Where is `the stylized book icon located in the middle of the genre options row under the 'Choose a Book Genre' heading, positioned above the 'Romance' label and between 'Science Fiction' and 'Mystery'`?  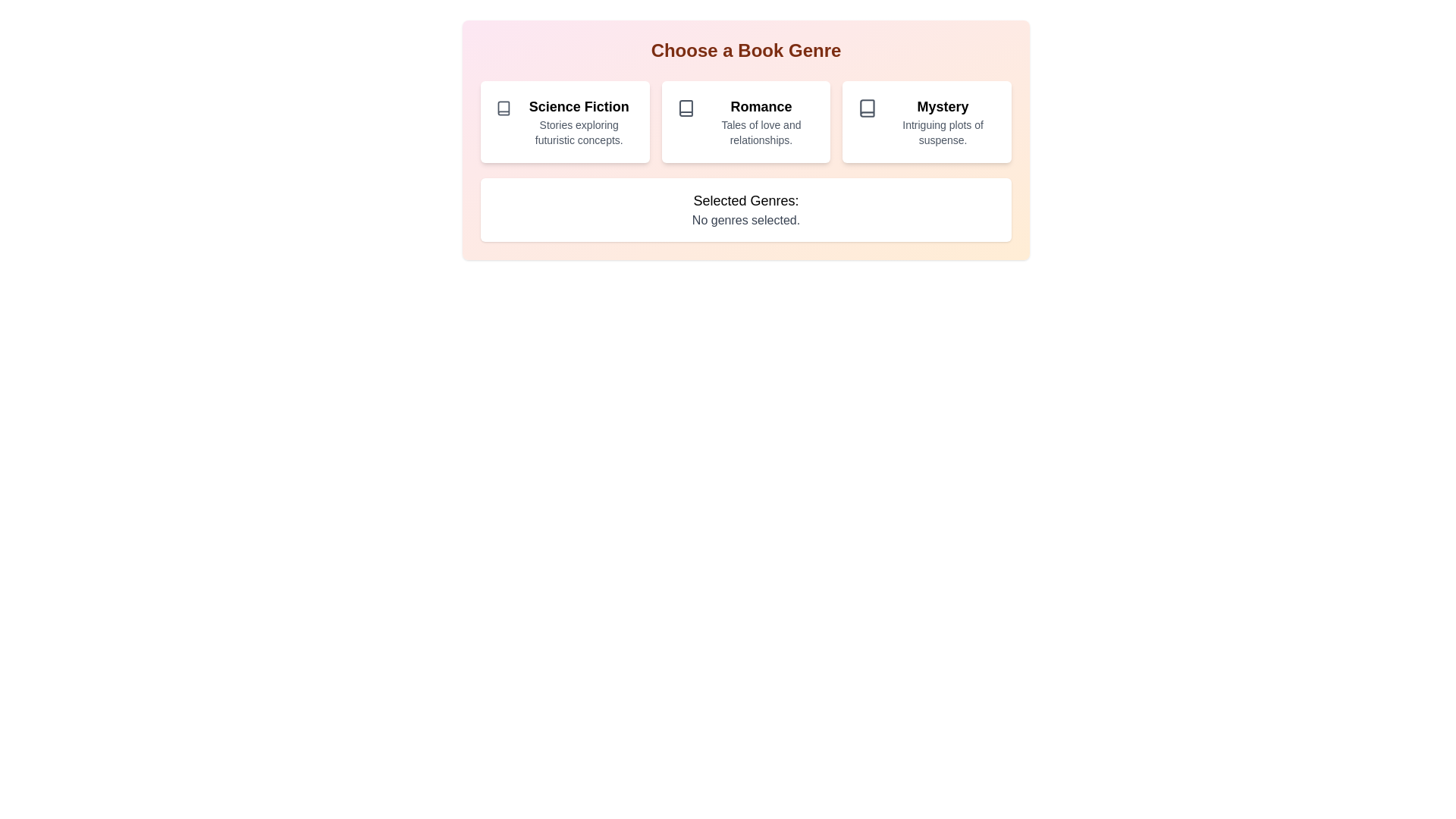
the stylized book icon located in the middle of the genre options row under the 'Choose a Book Genre' heading, positioned above the 'Romance' label and between 'Science Fiction' and 'Mystery' is located at coordinates (685, 107).